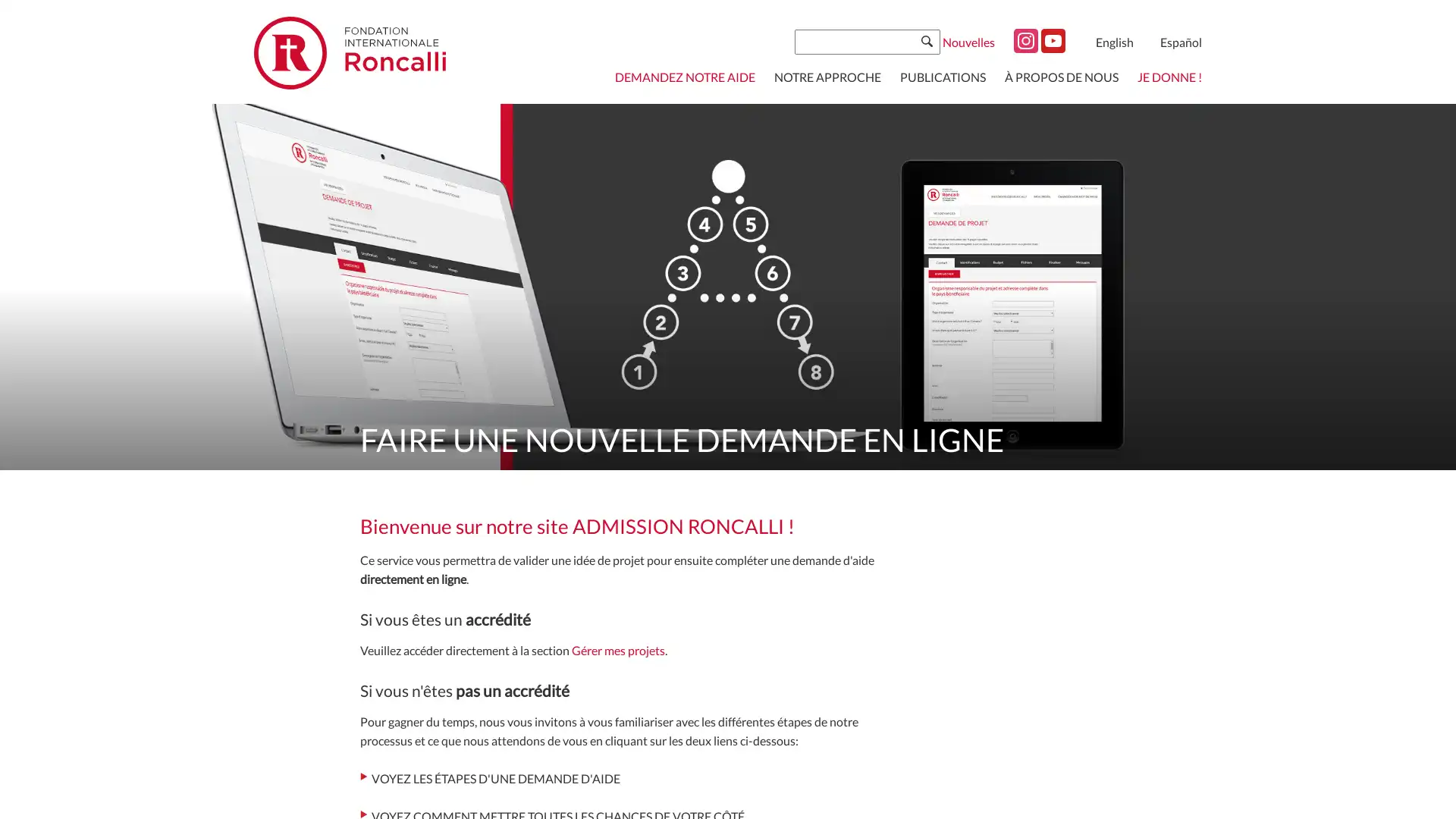 This screenshot has width=1456, height=819. I want to click on Chercher, so click(926, 40).